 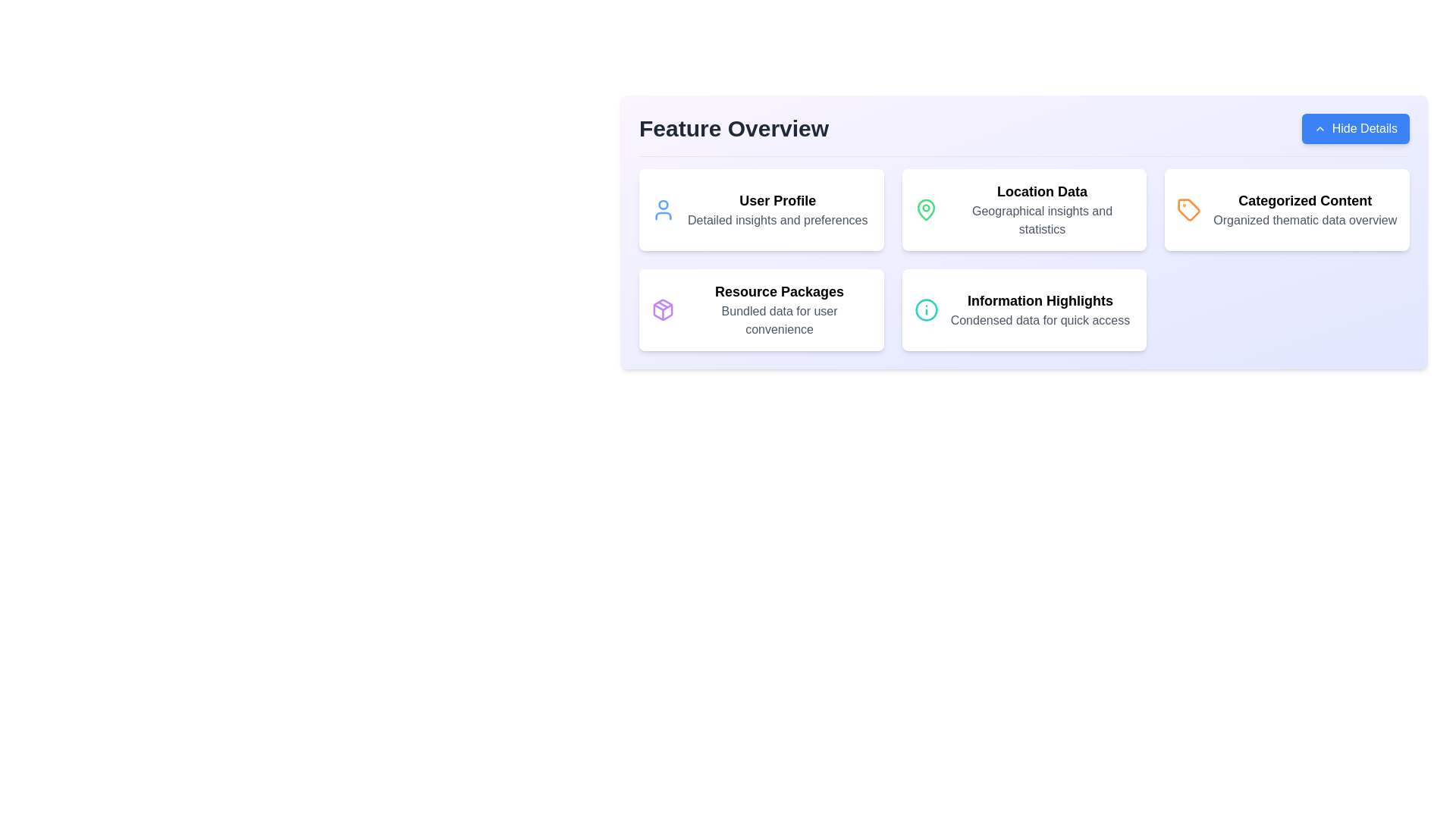 What do you see at coordinates (779, 309) in the screenshot?
I see `the text display element with the heading 'Resource Packages' and subtitle 'Bundled data for user convenience', located in the third panel of the second row in the grid layout` at bounding box center [779, 309].